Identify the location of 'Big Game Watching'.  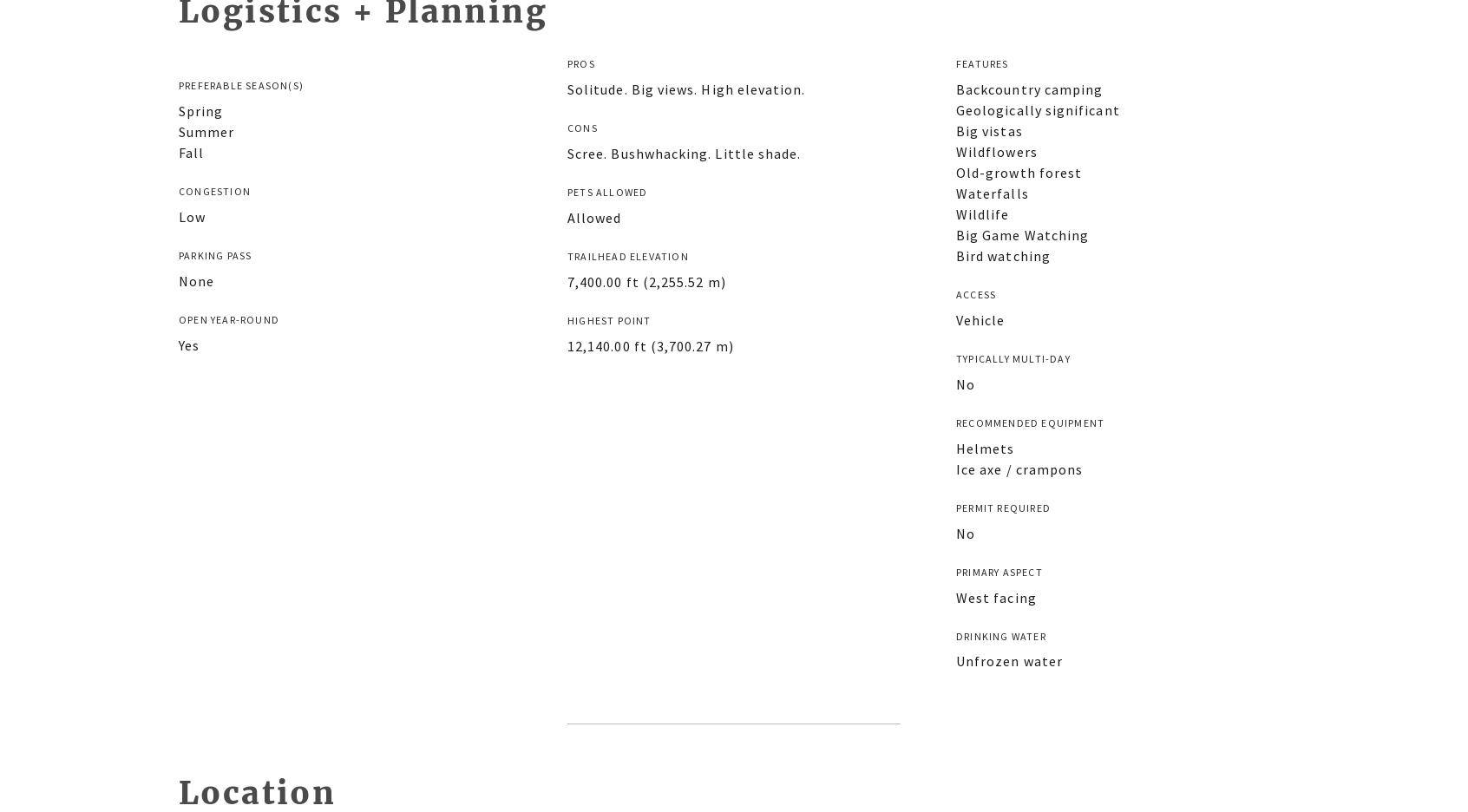
(1021, 233).